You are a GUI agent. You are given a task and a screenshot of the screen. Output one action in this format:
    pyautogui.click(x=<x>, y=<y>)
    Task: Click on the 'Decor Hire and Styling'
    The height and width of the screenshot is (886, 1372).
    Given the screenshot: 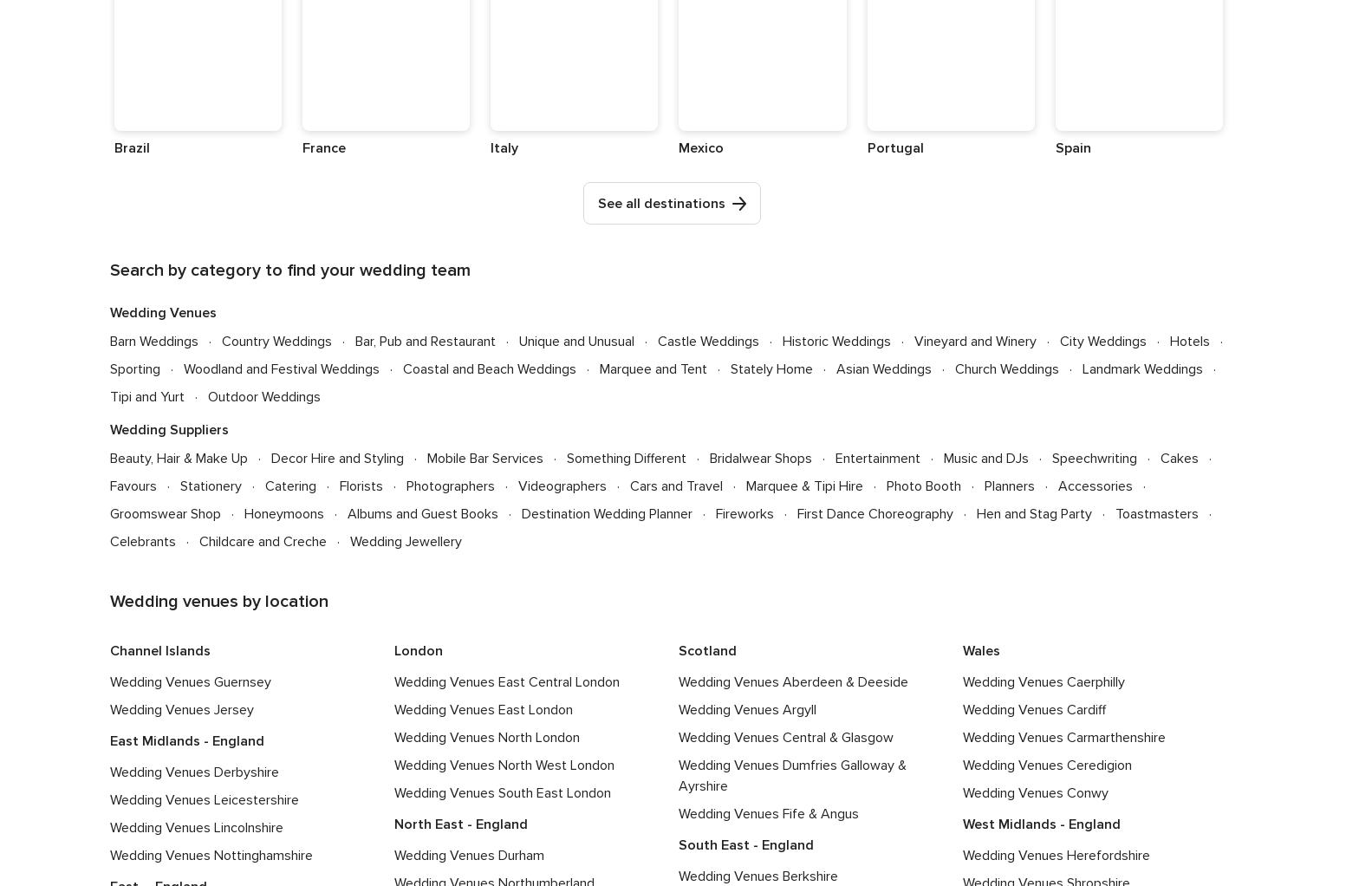 What is the action you would take?
    pyautogui.click(x=337, y=456)
    